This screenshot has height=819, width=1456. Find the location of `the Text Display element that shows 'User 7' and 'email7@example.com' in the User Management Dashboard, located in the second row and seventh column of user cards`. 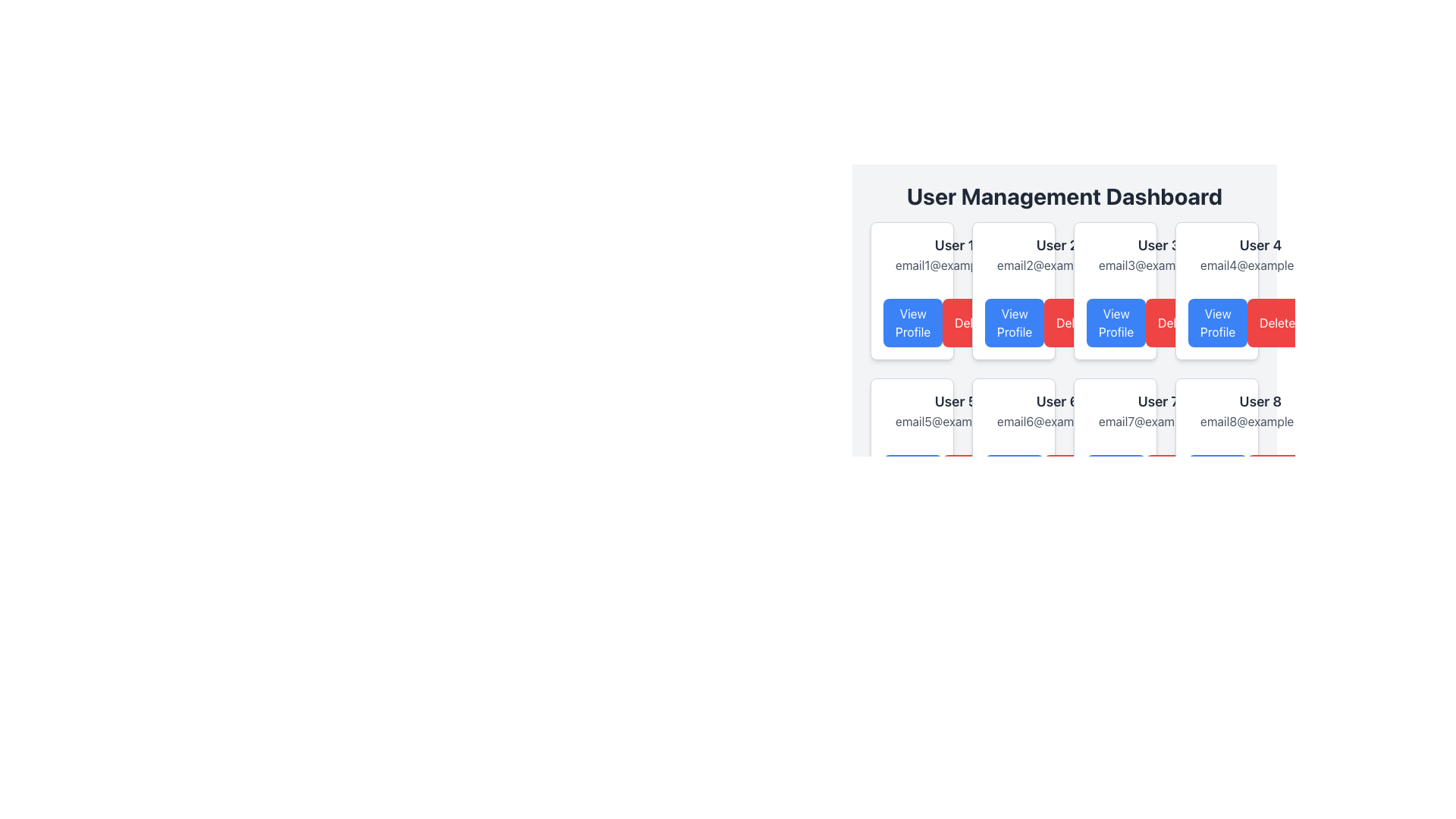

the Text Display element that shows 'User 7' and 'email7@example.com' in the User Management Dashboard, located in the second row and seventh column of user cards is located at coordinates (1115, 411).